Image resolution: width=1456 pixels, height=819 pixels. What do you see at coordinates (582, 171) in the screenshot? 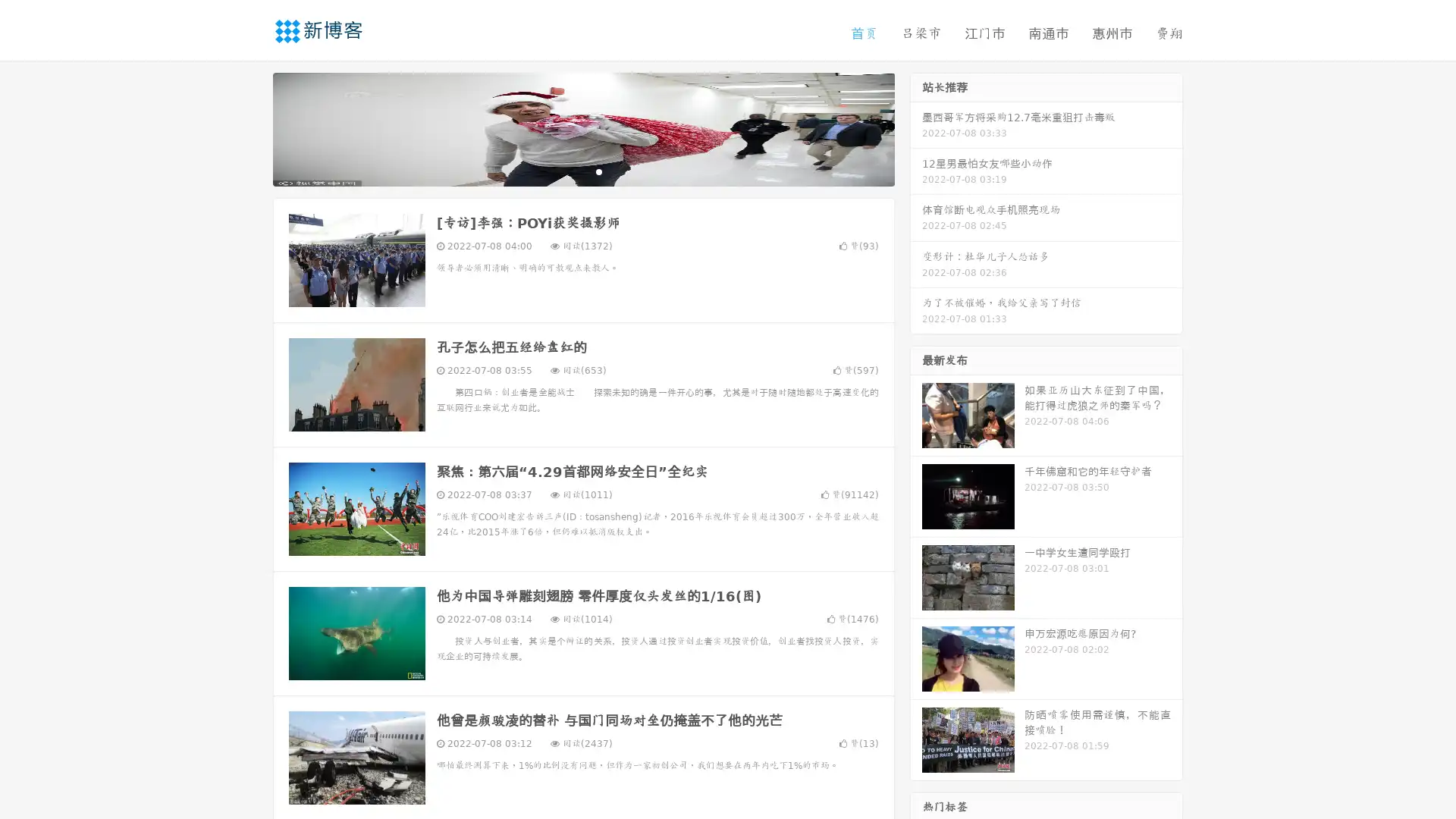
I see `Go to slide 2` at bounding box center [582, 171].